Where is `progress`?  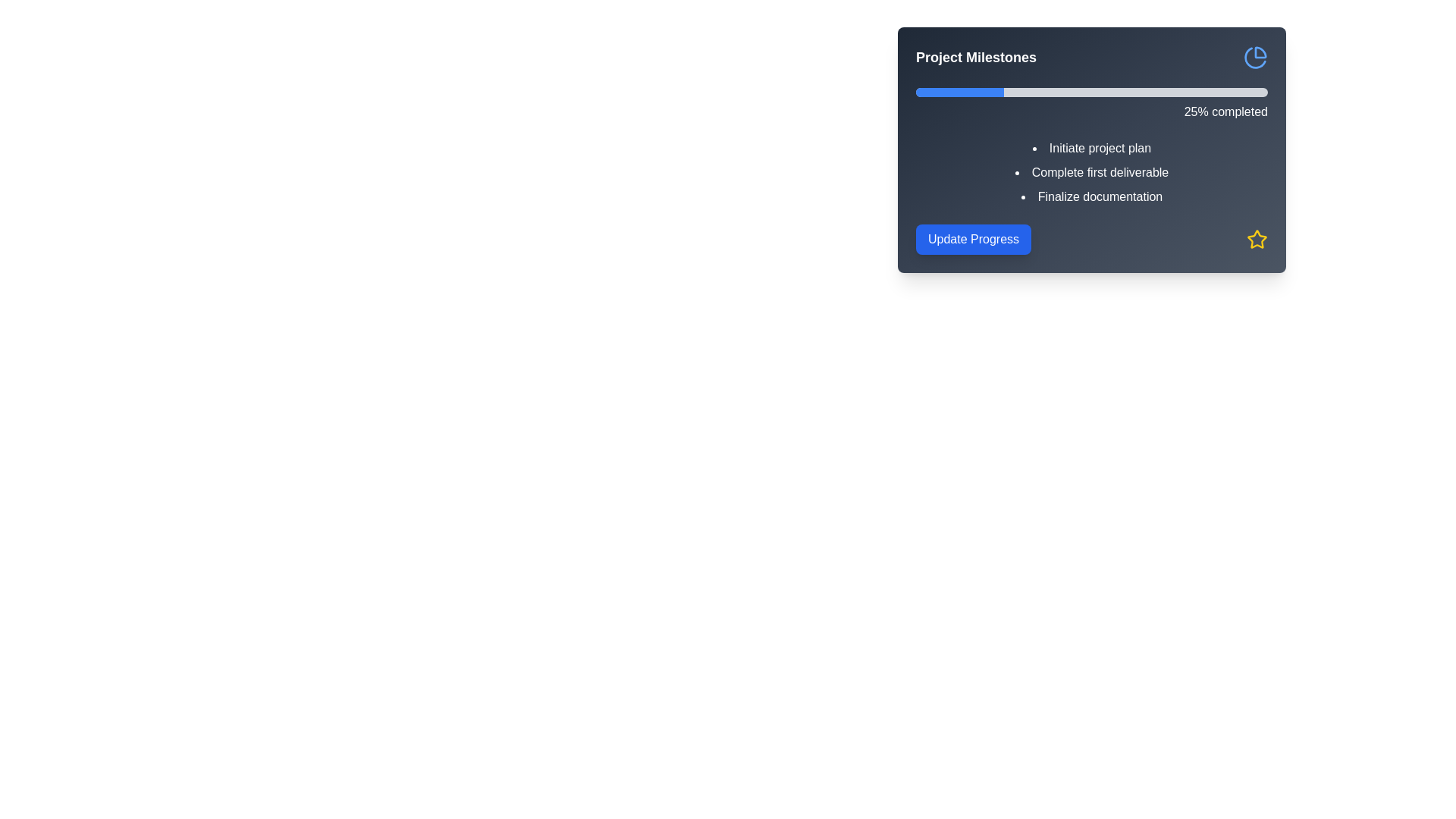
progress is located at coordinates (916, 93).